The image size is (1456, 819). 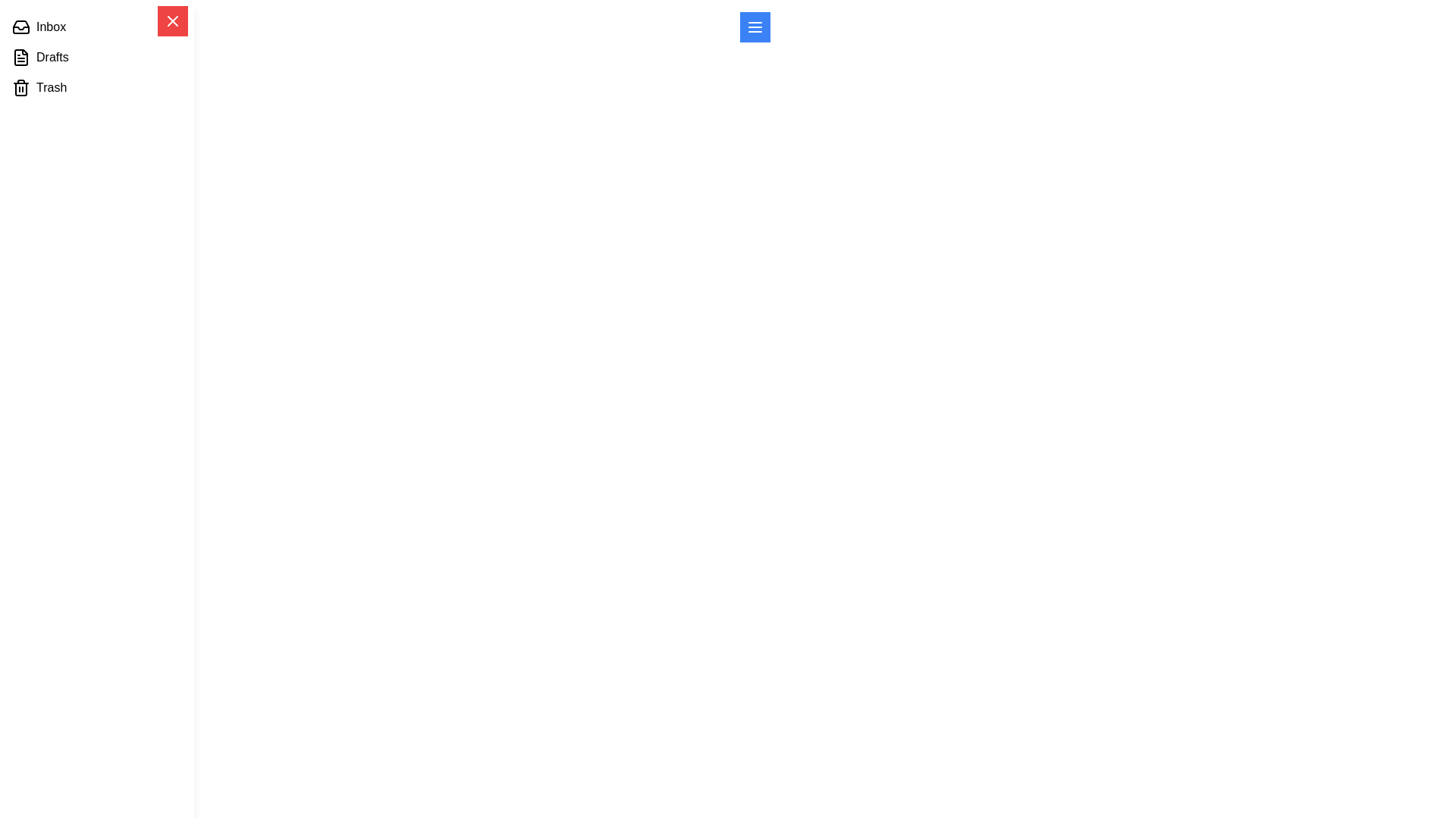 I want to click on the menu item labeled Drafts, so click(x=96, y=57).